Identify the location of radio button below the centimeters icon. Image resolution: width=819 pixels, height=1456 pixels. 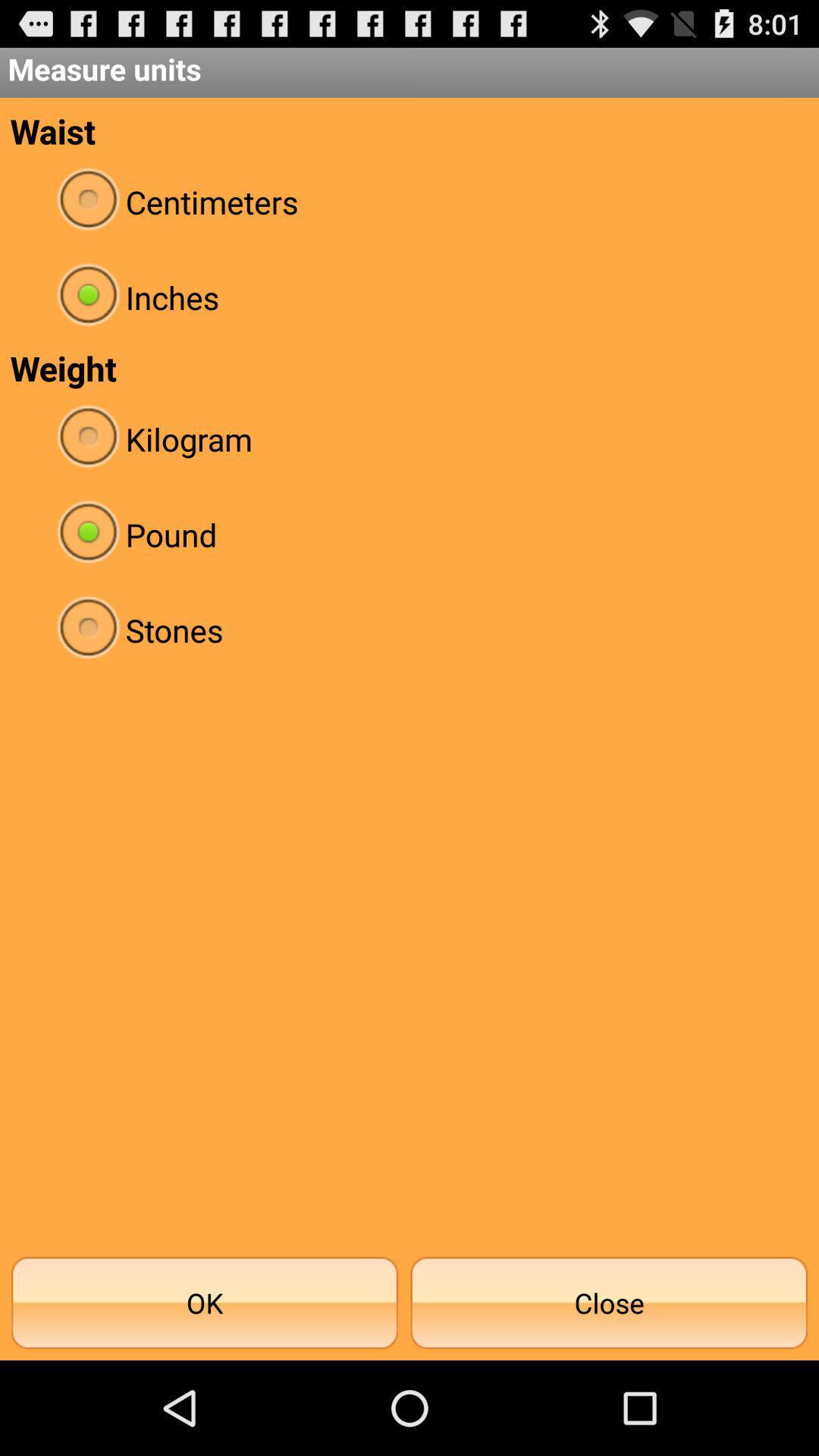
(409, 297).